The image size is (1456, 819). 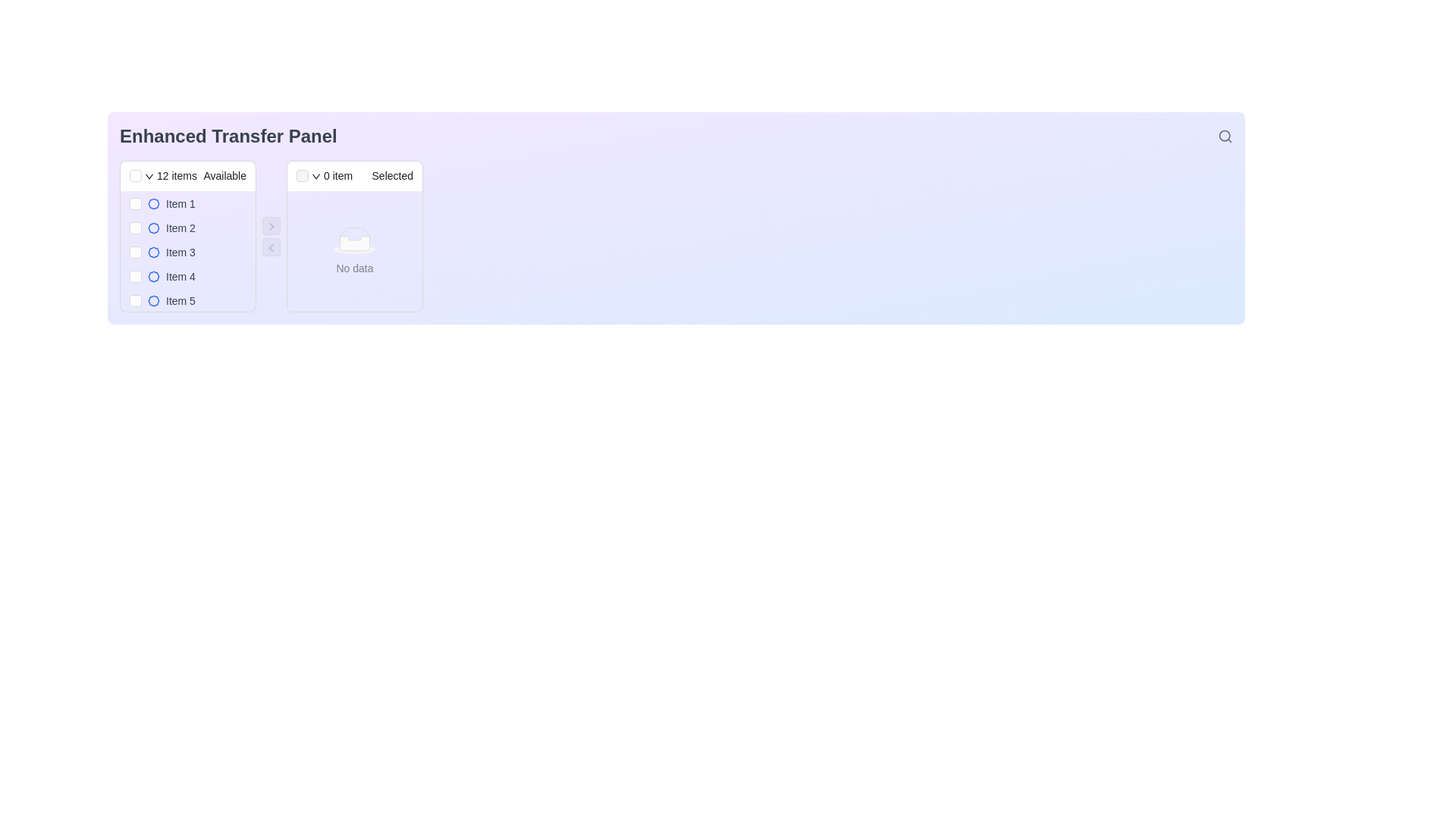 I want to click on the badge icon representing 'Item 3', which is positioned immediately to the left of the text in the third position of the list, so click(x=153, y=251).